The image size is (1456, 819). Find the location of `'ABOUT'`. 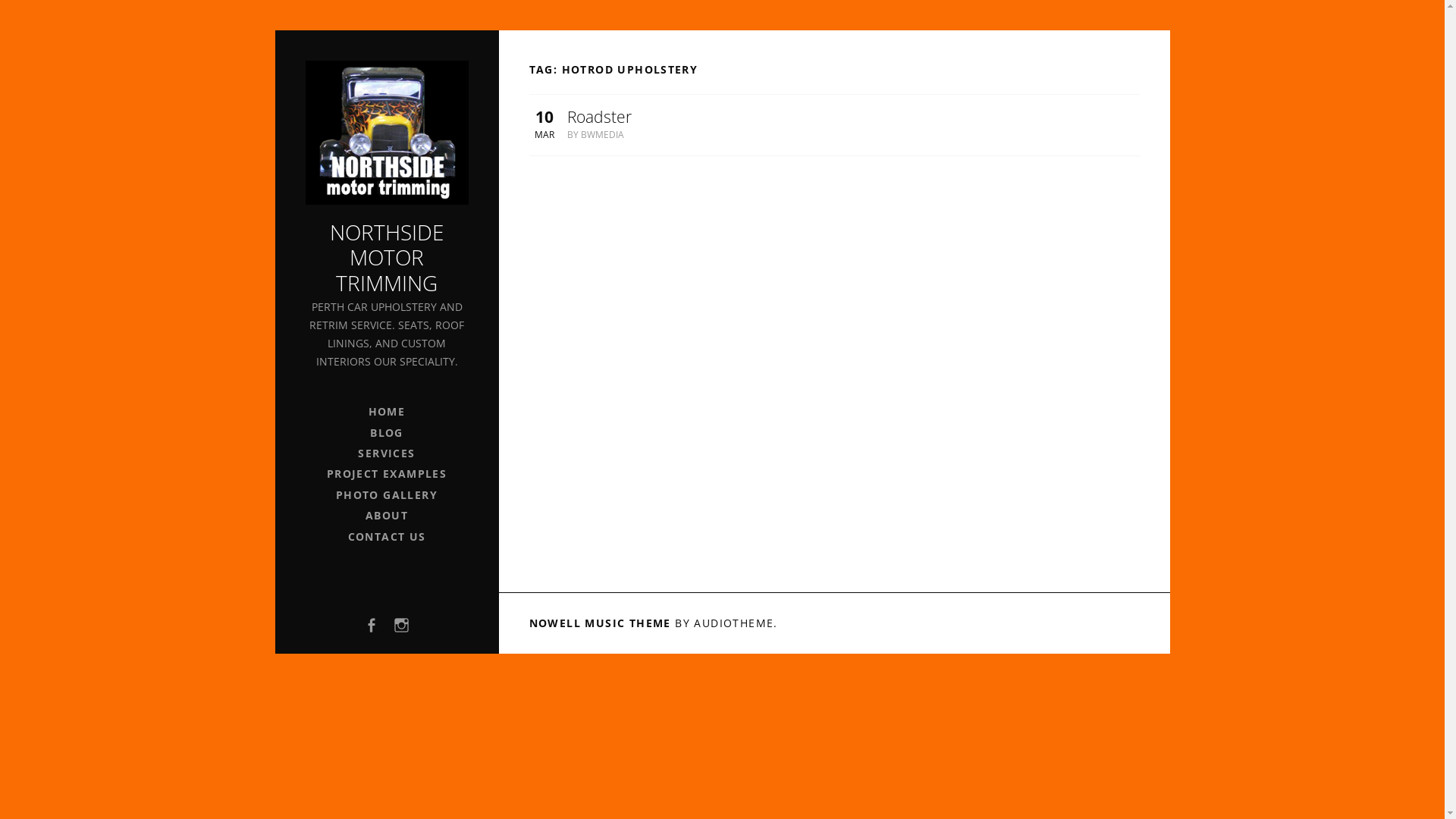

'ABOUT' is located at coordinates (386, 514).